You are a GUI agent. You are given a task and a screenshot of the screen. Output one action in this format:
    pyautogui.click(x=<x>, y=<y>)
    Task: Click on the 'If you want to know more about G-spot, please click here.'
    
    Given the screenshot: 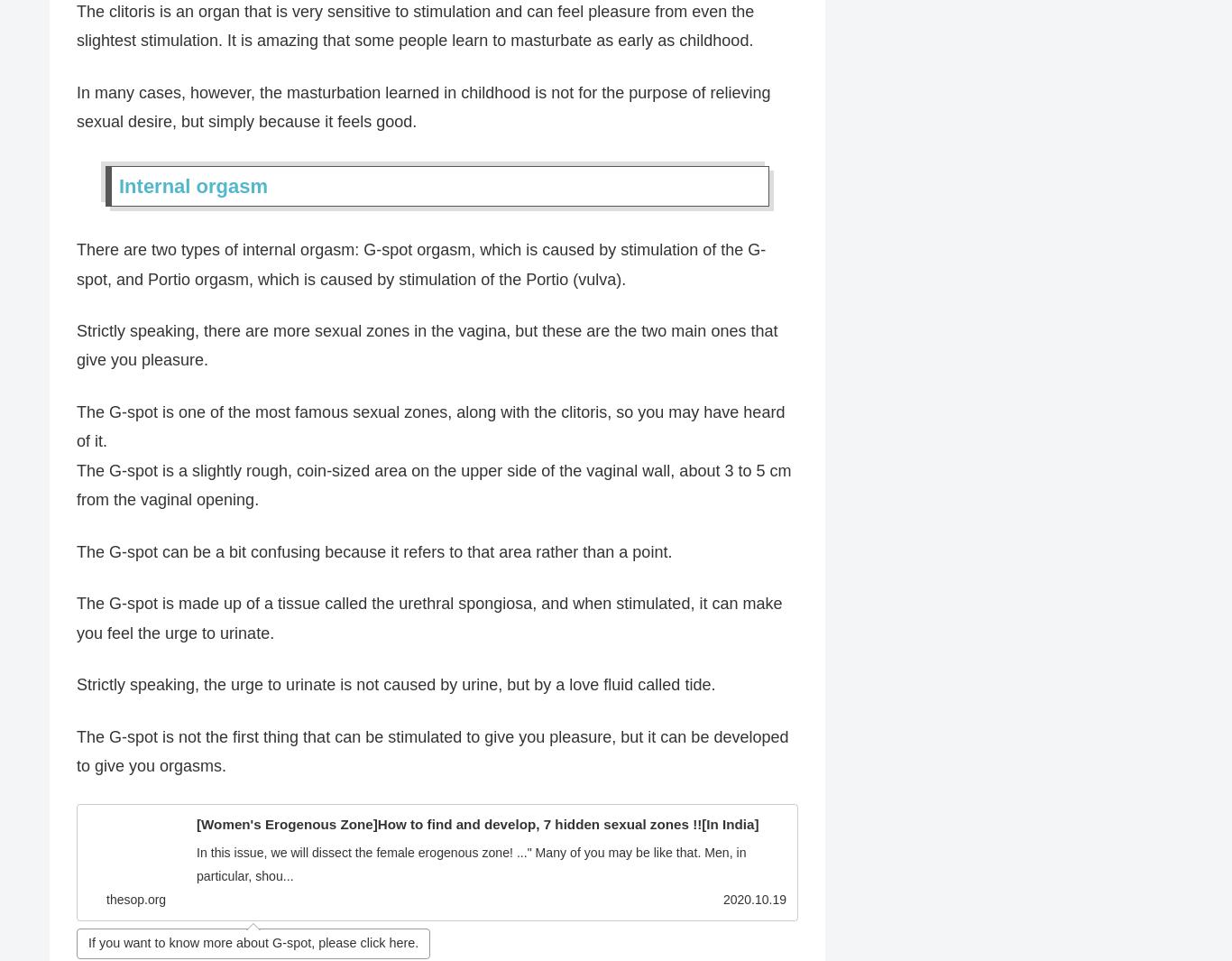 What is the action you would take?
    pyautogui.click(x=253, y=944)
    